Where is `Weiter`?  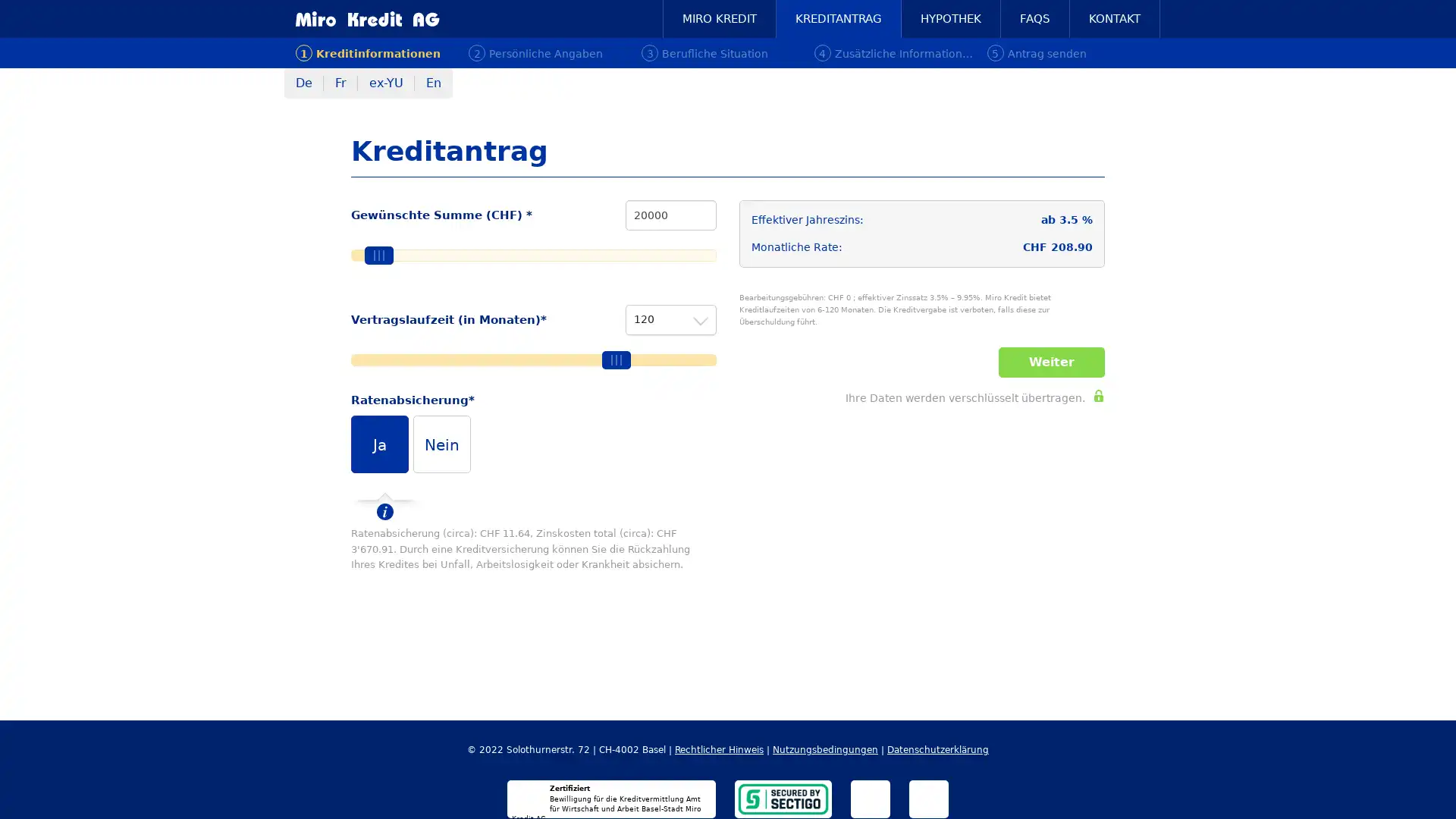 Weiter is located at coordinates (1051, 362).